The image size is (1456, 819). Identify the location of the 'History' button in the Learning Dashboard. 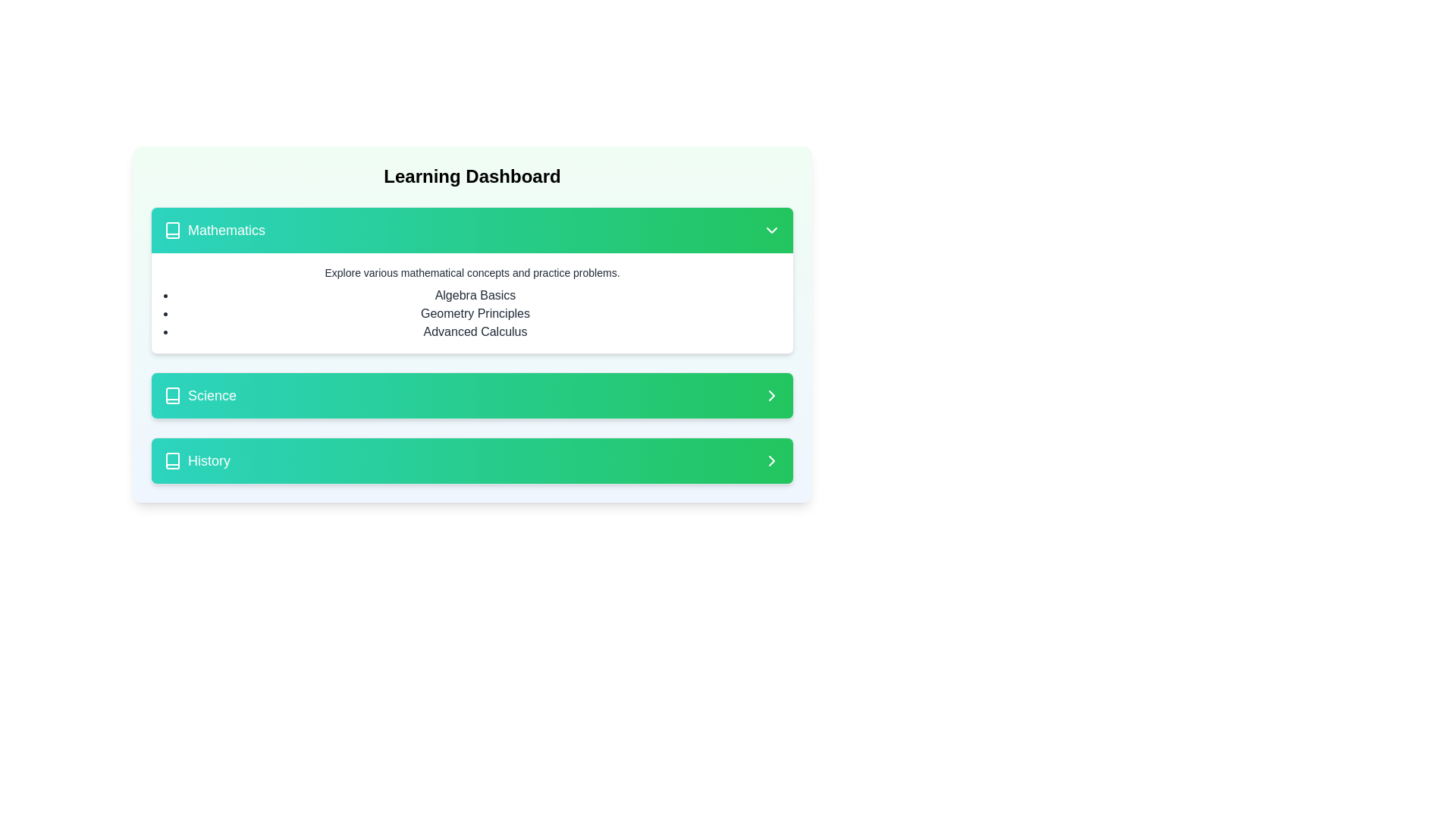
(472, 460).